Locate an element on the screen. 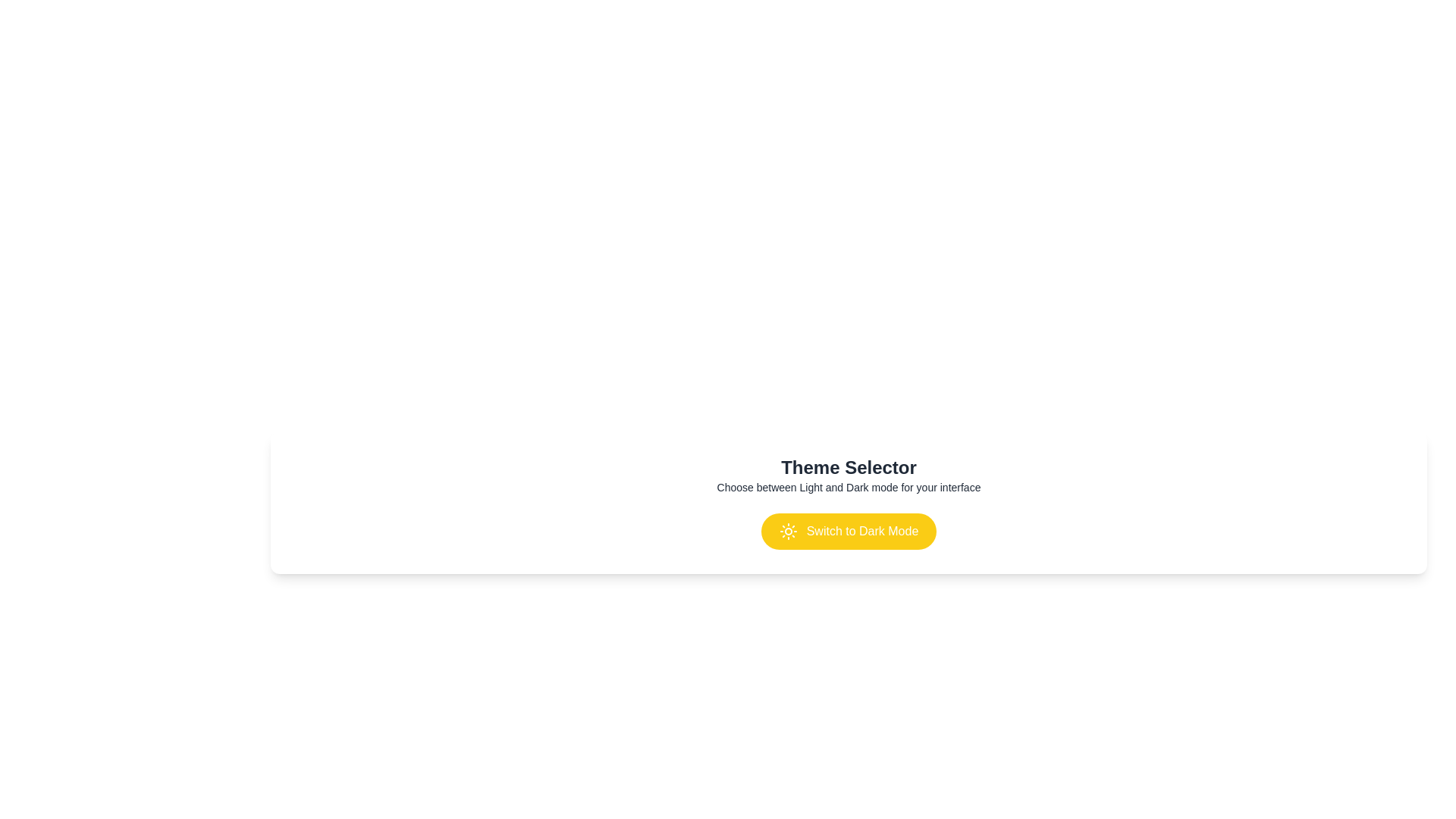 The image size is (1456, 819). the button labeled 'Switch to Dark Mode' to toggle to dark theme is located at coordinates (848, 531).